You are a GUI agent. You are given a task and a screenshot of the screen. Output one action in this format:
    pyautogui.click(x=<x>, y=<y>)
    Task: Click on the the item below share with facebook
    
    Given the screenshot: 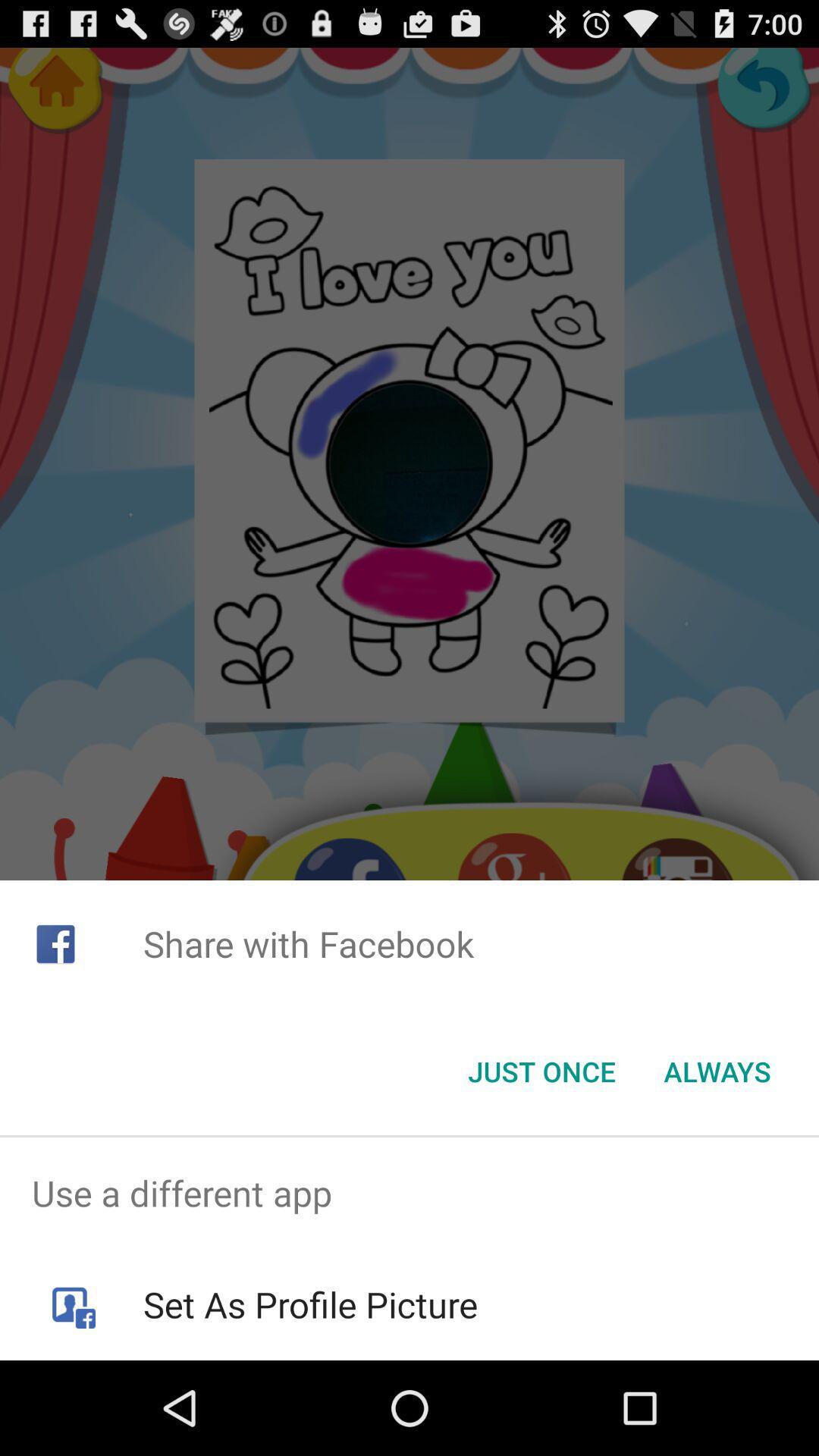 What is the action you would take?
    pyautogui.click(x=541, y=1070)
    